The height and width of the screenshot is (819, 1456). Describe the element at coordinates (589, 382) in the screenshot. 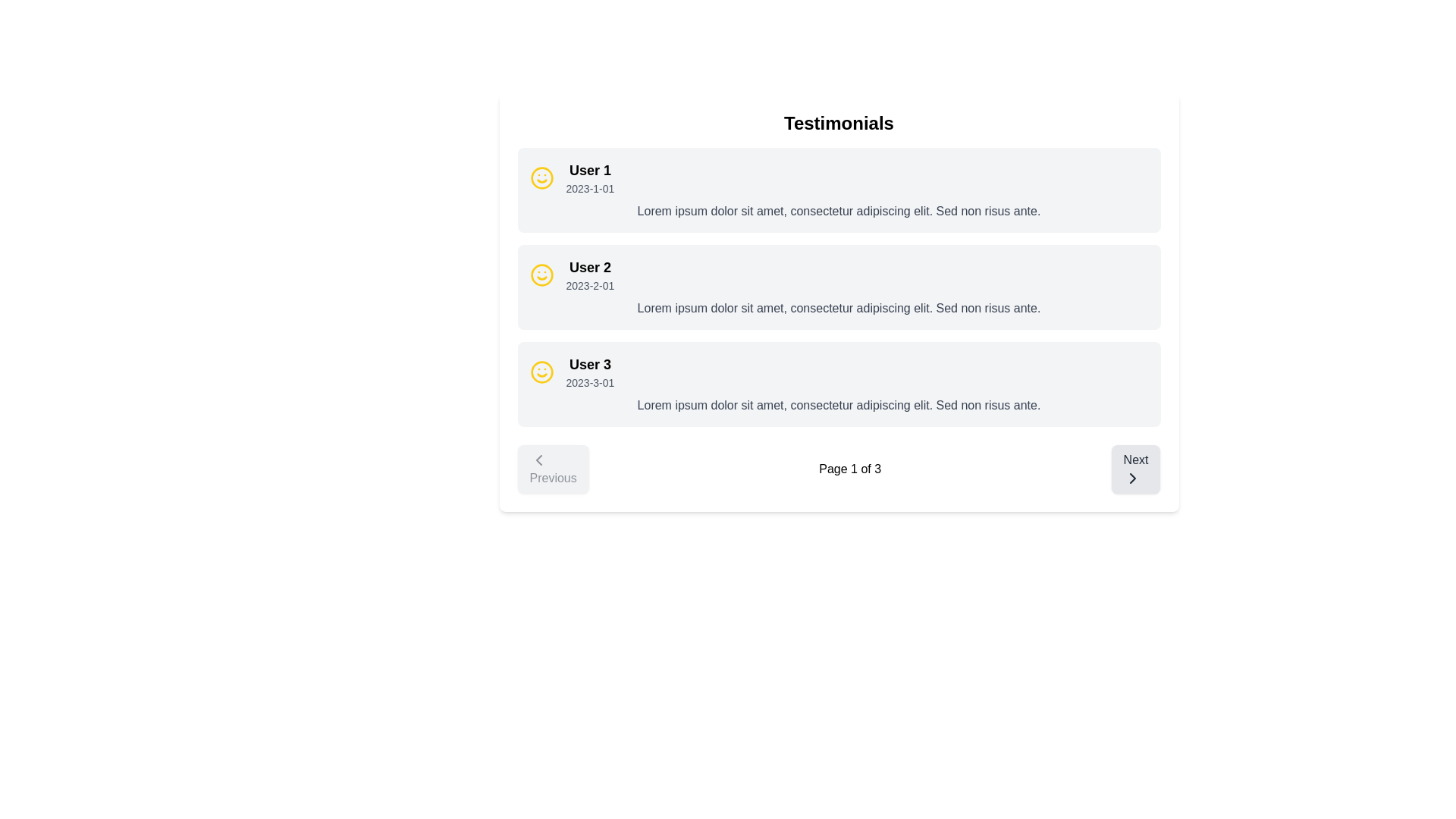

I see `the text label displaying '2023-3-01', which is located below the bold header 'User 3' in the testimonial entry box` at that location.